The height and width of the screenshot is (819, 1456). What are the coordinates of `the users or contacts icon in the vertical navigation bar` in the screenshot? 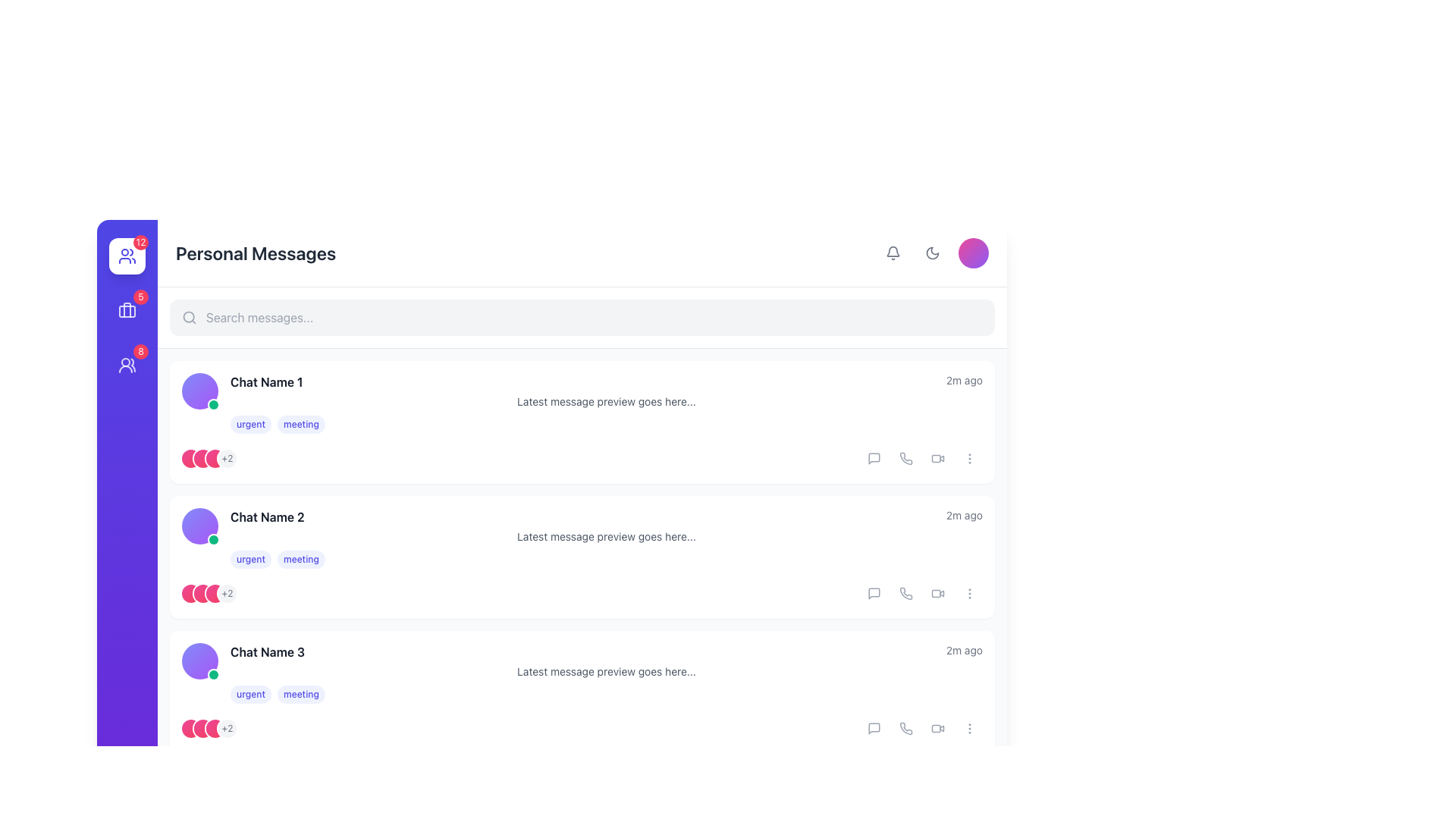 It's located at (127, 256).